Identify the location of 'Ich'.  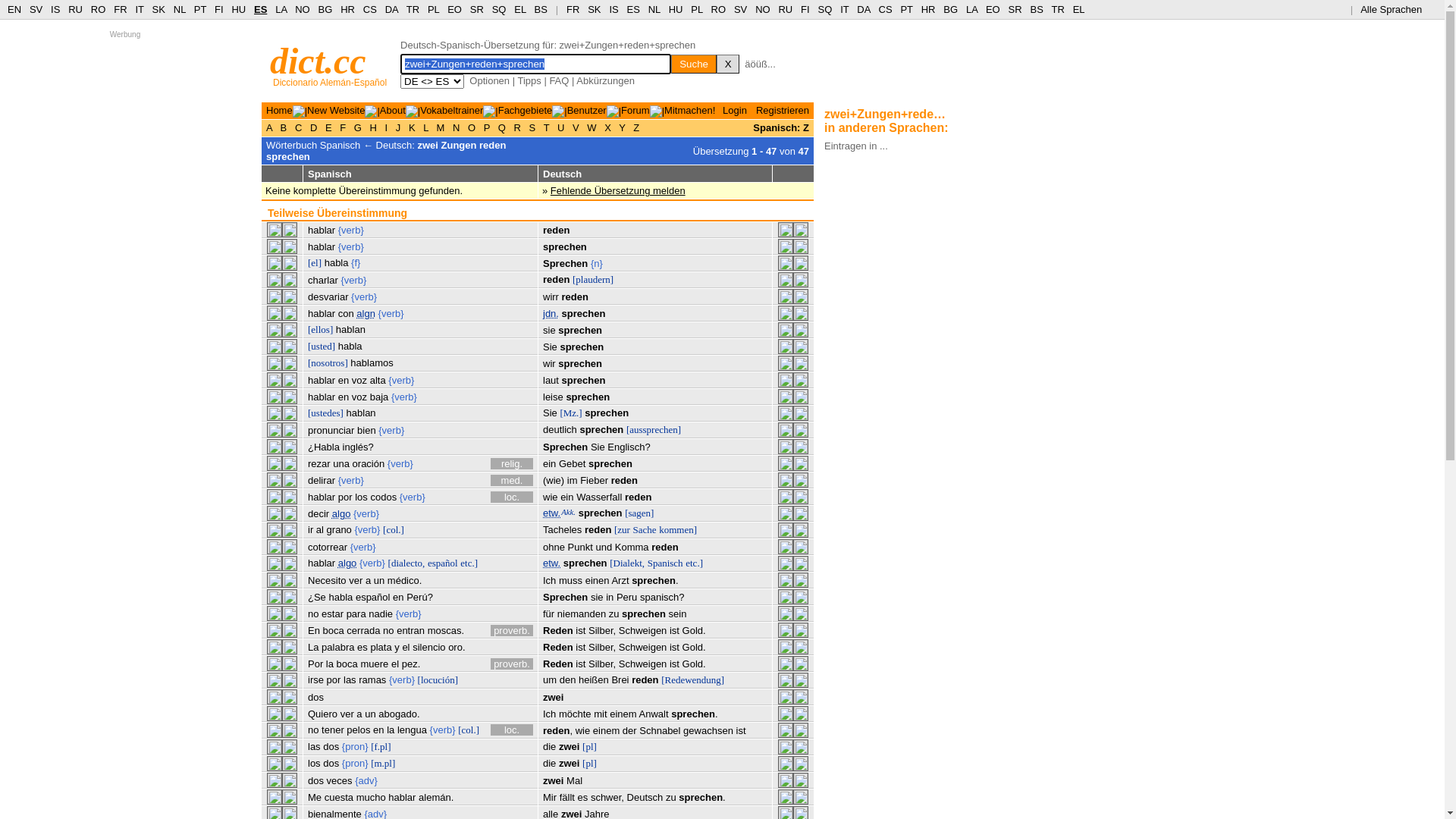
(548, 714).